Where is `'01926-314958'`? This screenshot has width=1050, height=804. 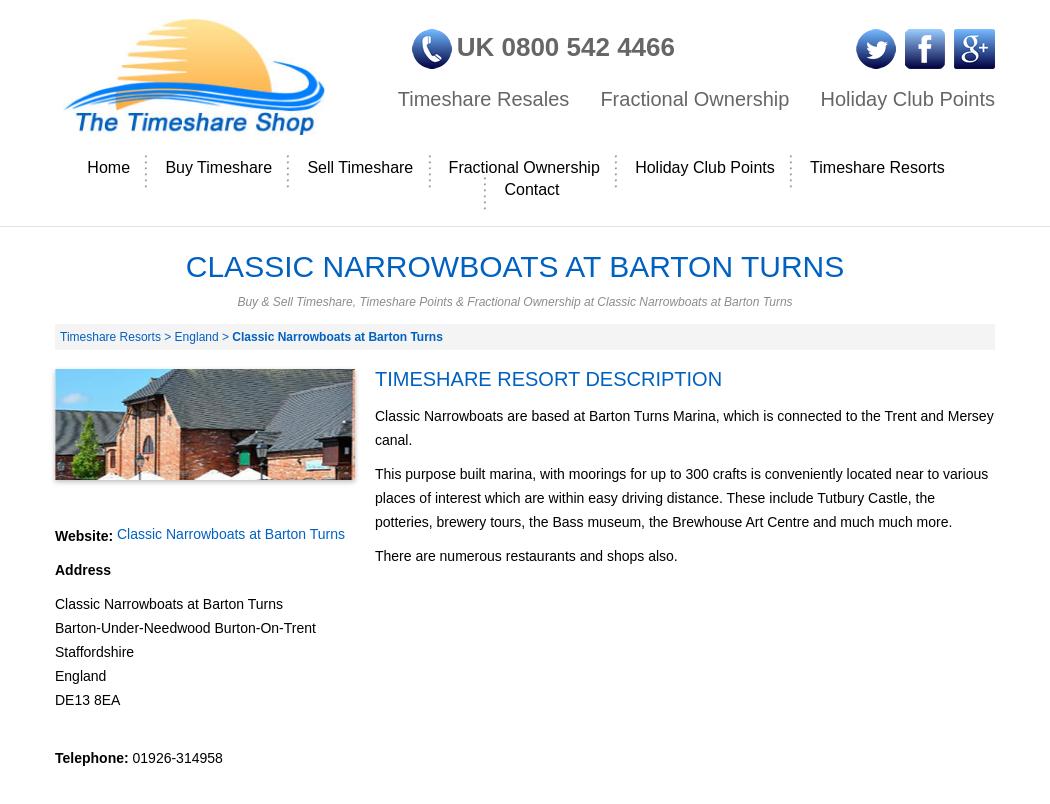 '01926-314958' is located at coordinates (177, 757).